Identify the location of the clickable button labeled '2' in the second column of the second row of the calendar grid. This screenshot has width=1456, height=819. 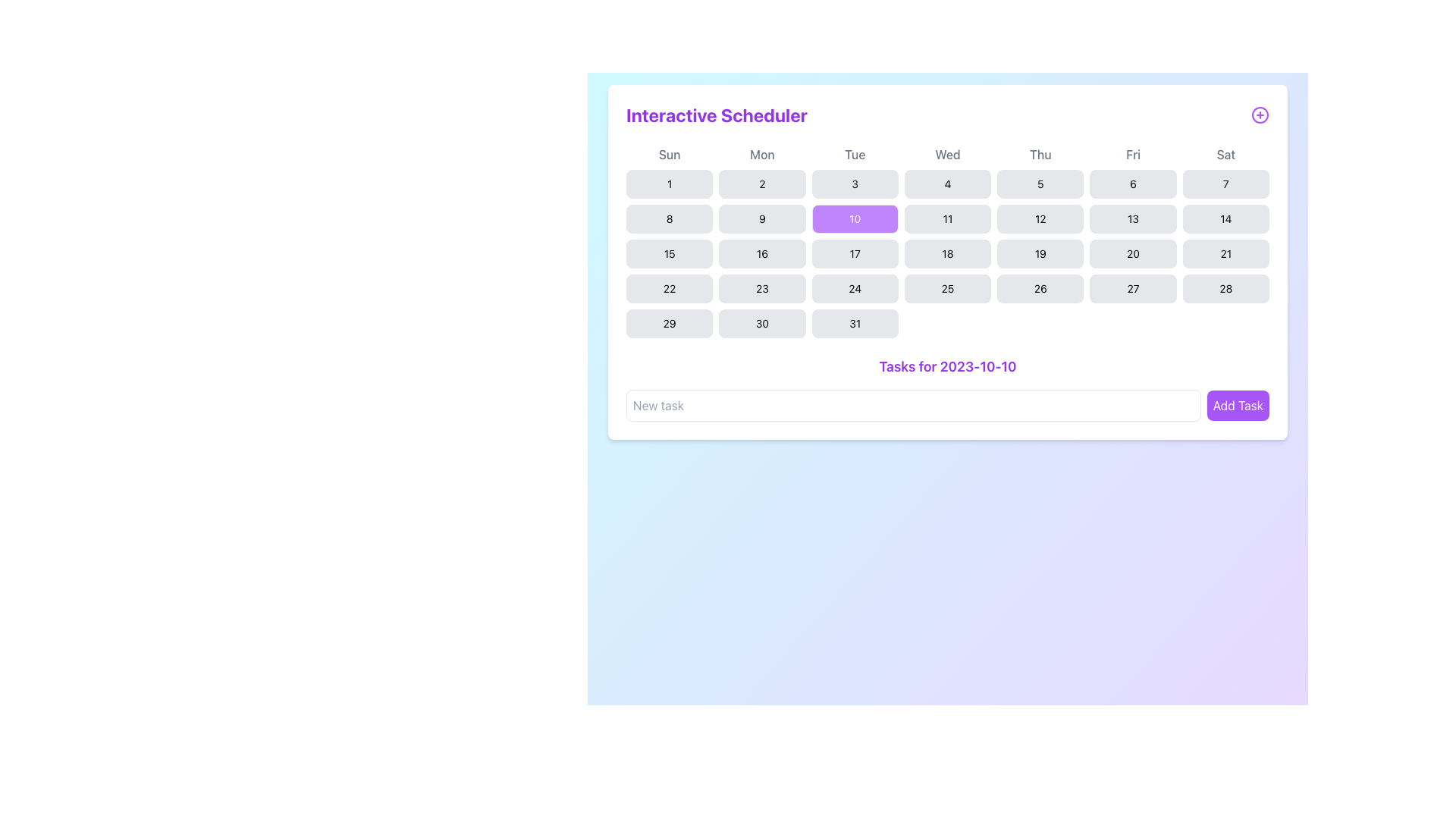
(762, 184).